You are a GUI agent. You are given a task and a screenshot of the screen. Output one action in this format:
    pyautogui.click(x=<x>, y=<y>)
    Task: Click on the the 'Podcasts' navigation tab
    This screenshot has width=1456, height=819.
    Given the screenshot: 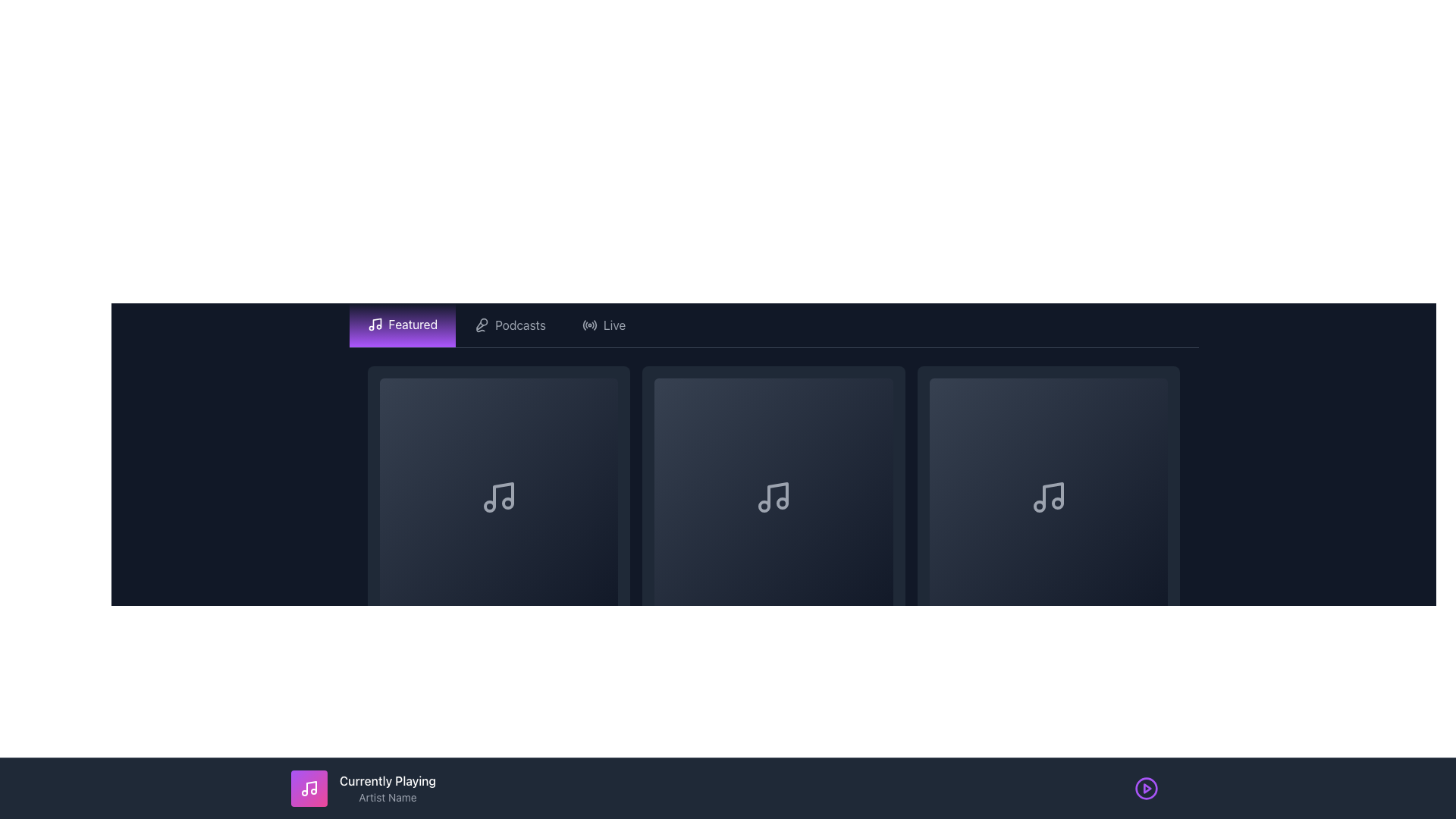 What is the action you would take?
    pyautogui.click(x=510, y=324)
    